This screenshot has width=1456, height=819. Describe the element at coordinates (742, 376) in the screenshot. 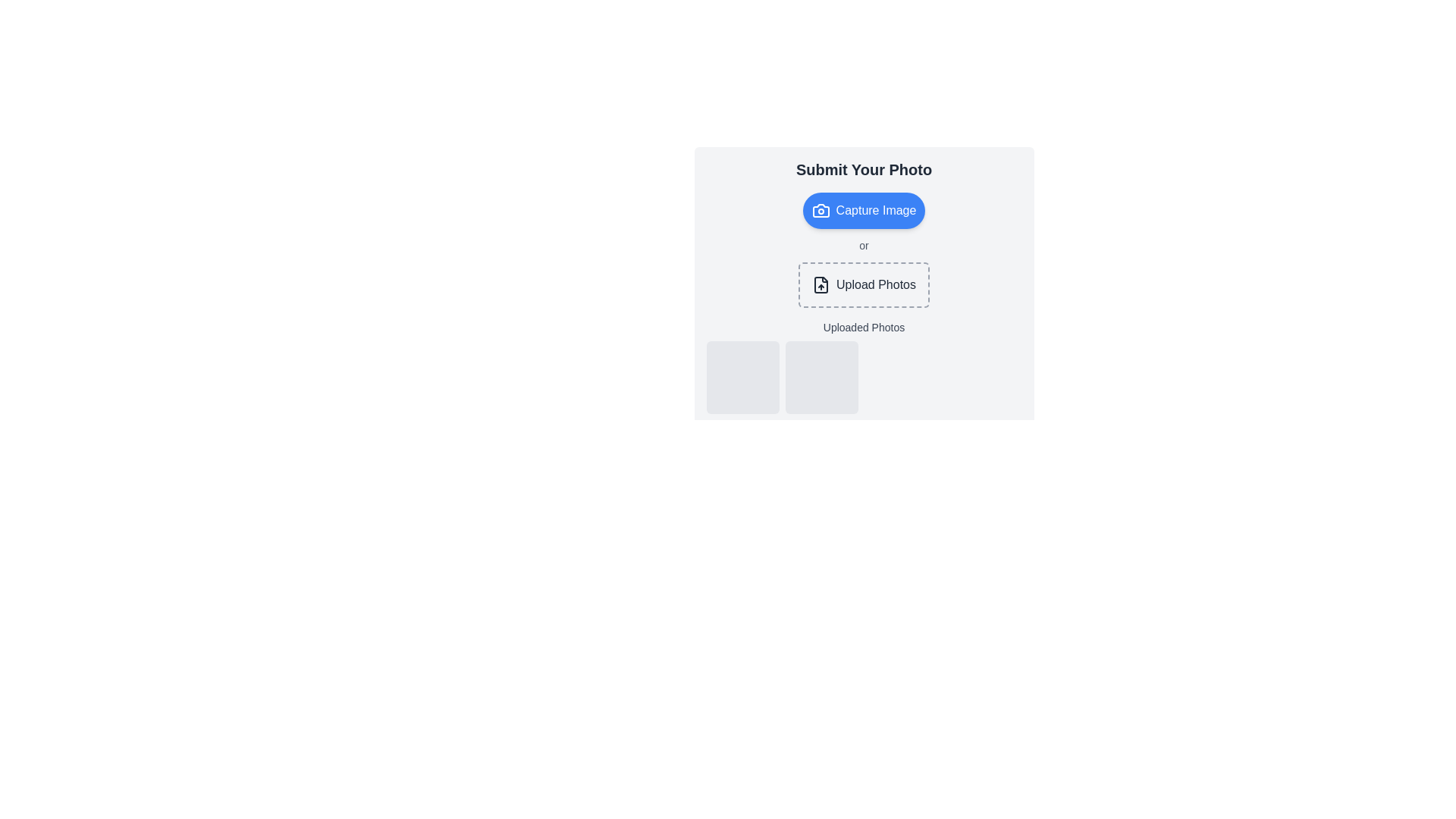

I see `the first square-shaped placeholder in the 'Uploaded Photos' section, which has a light gray background and rounded corners` at that location.